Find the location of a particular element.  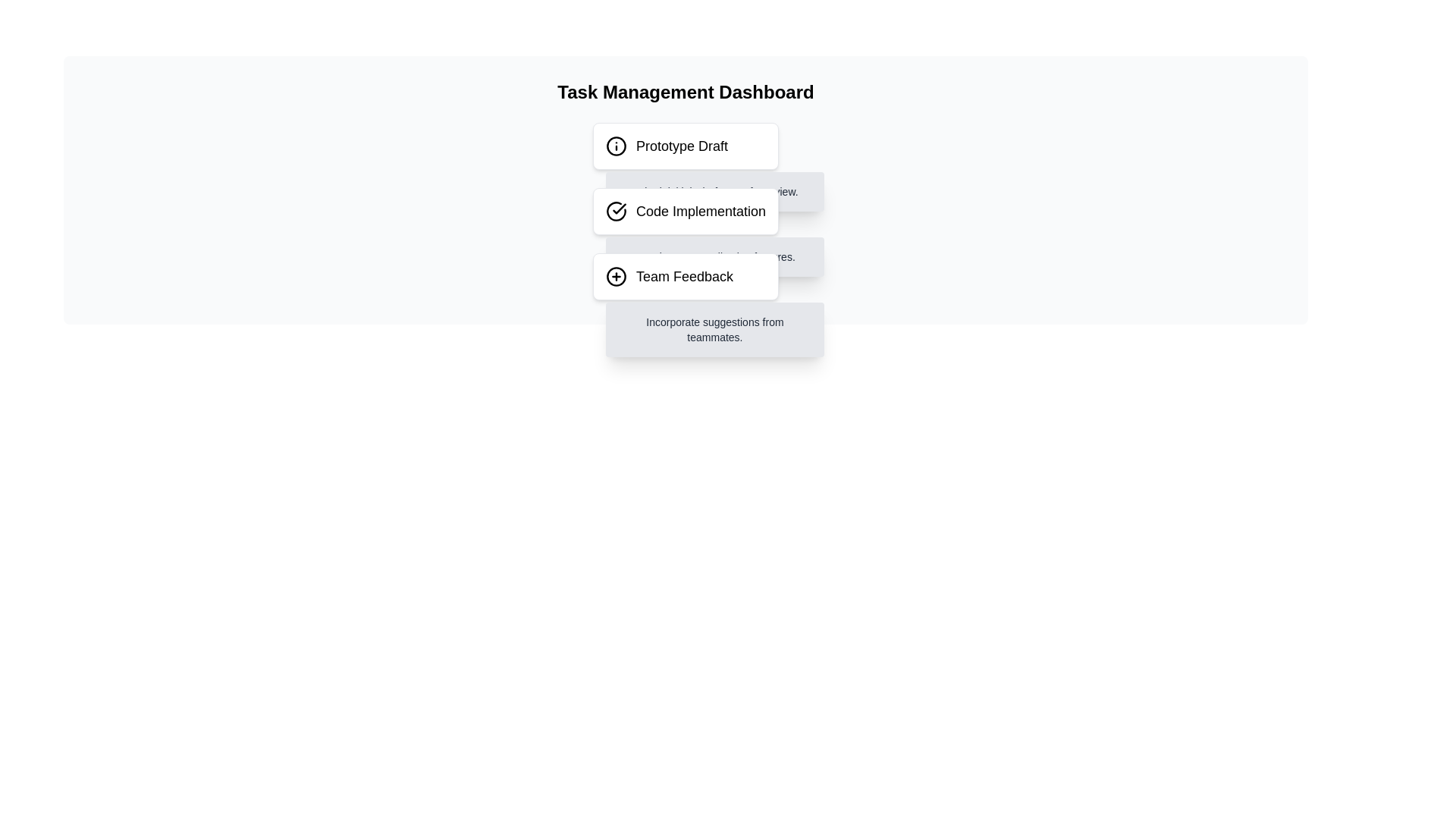

the circular icon with a plus sign located to the left of the text 'Team Feedback' in the third card down in the vertical stack of cards is located at coordinates (616, 277).